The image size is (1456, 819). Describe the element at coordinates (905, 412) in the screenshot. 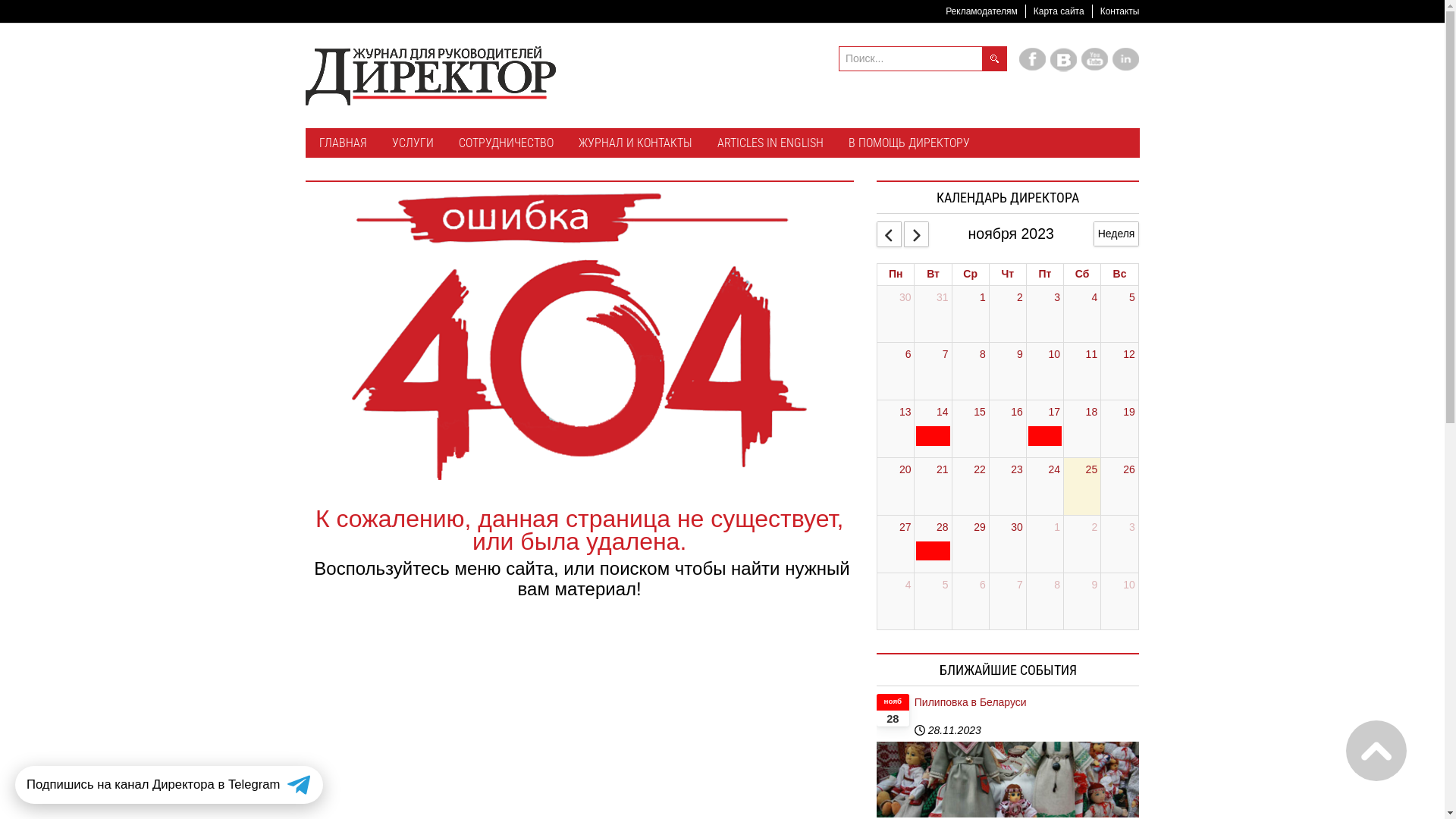

I see `'13'` at that location.